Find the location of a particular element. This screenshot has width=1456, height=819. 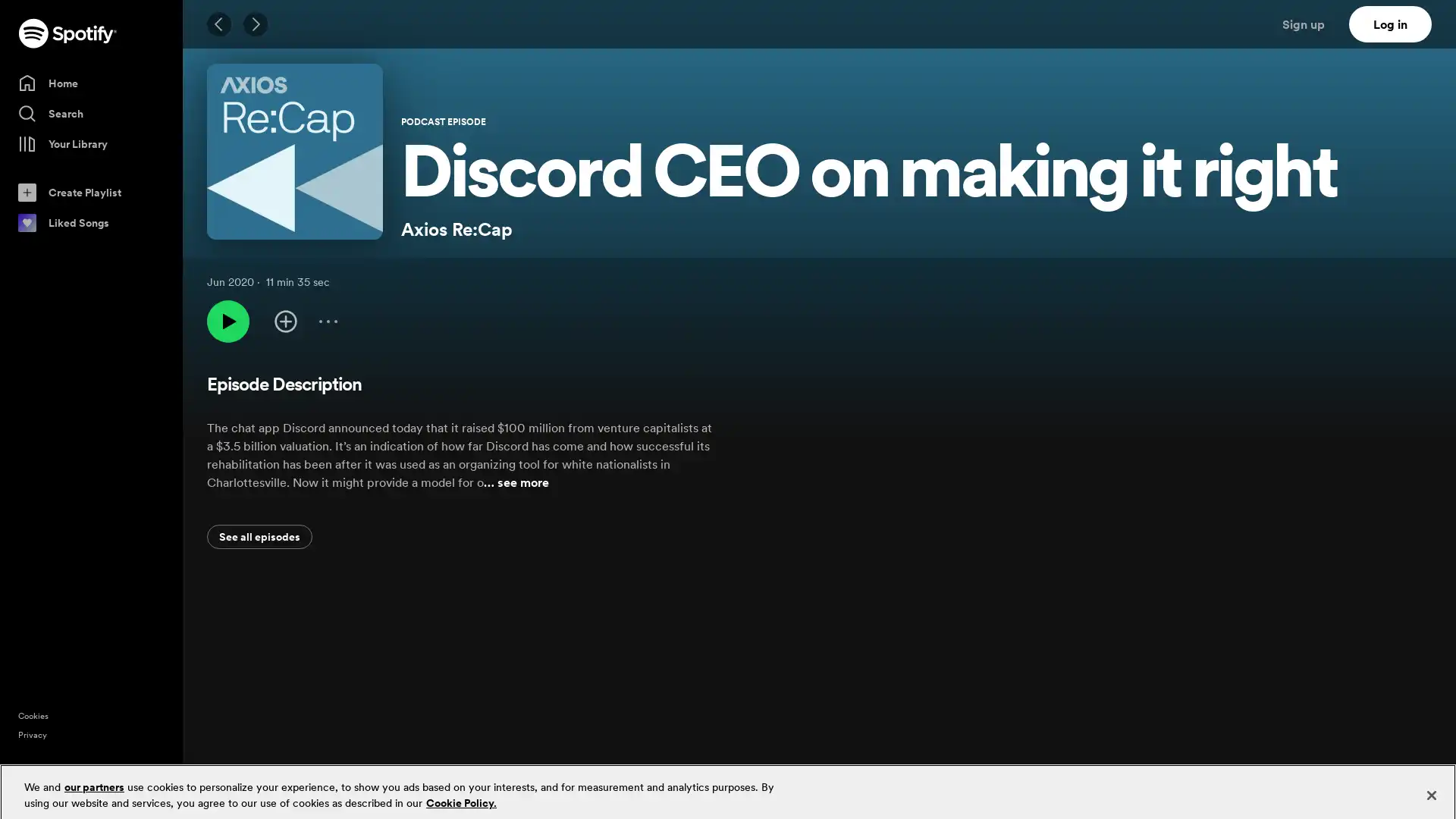

Log in is located at coordinates (1390, 24).